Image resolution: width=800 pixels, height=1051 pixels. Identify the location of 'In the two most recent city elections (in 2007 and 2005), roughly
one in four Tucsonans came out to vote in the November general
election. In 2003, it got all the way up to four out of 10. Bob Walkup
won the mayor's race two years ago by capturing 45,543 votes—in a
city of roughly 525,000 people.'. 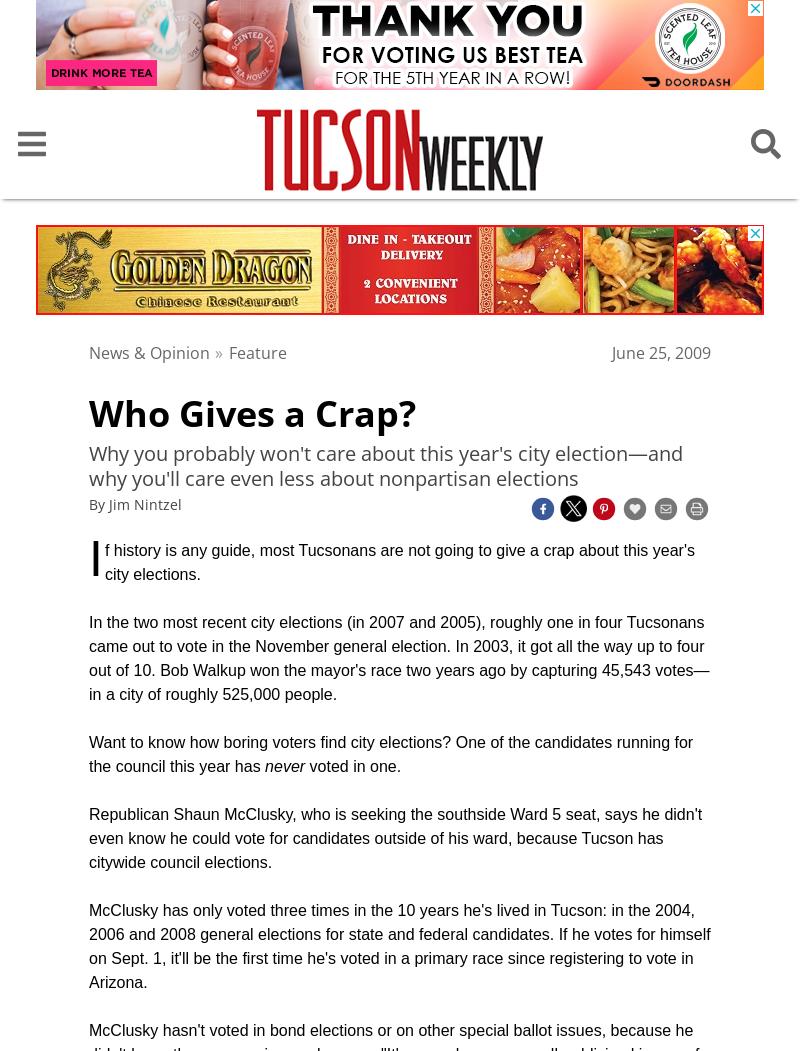
(397, 658).